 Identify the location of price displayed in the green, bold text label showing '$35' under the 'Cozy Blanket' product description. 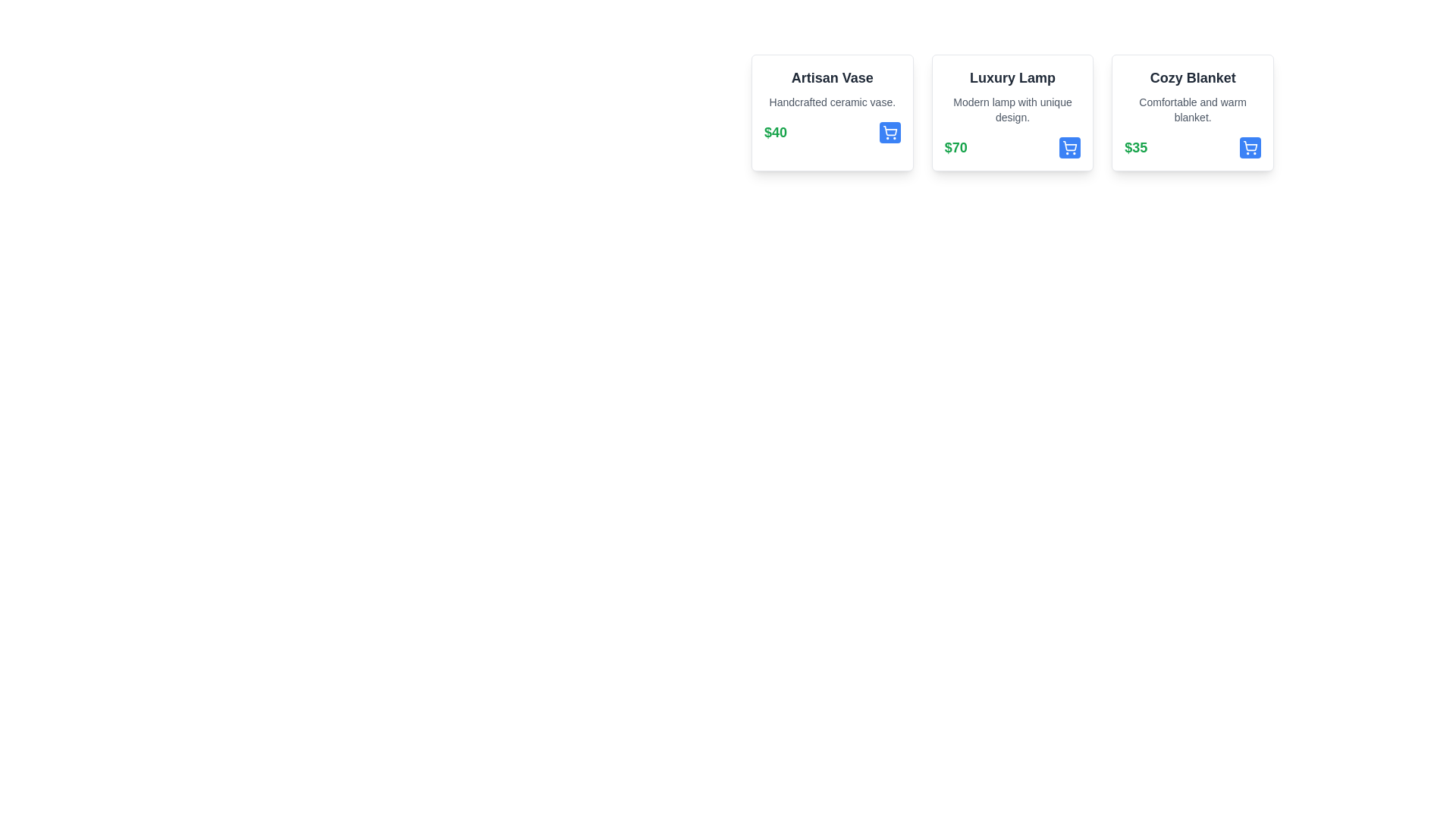
(1136, 148).